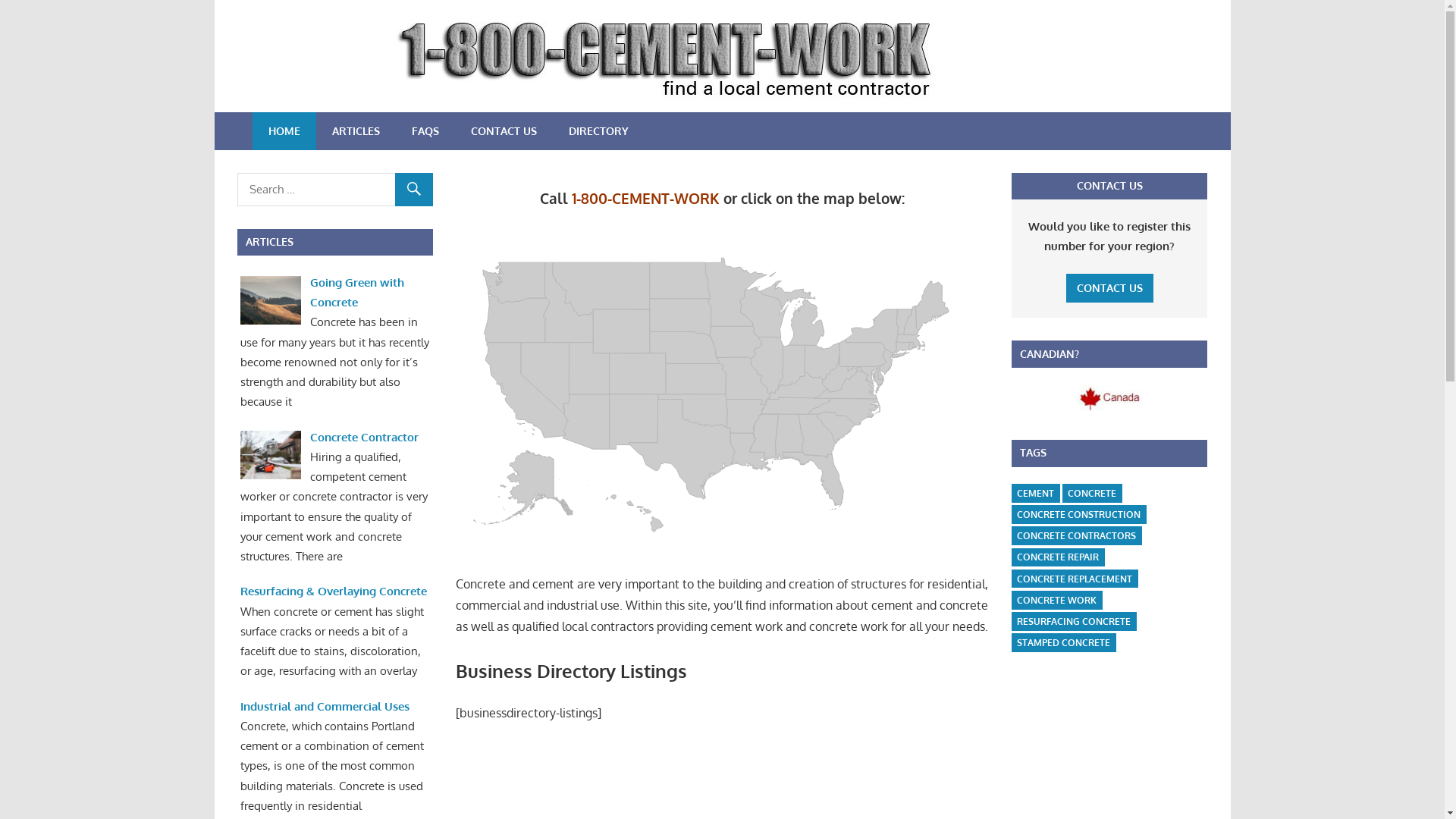 This screenshot has height=819, width=1456. What do you see at coordinates (333, 590) in the screenshot?
I see `'Resurfacing & Overlaying Concrete'` at bounding box center [333, 590].